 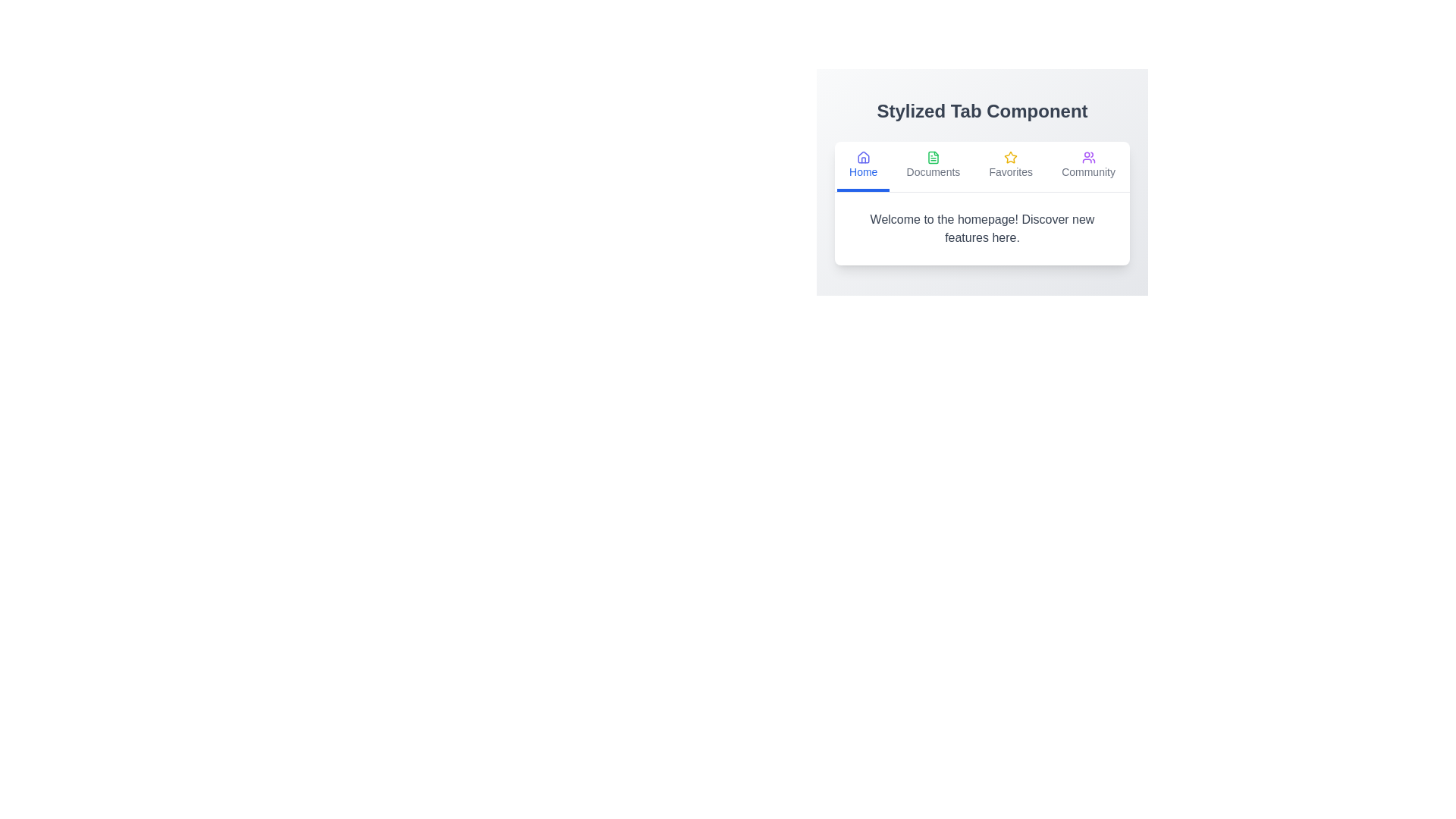 I want to click on the 'Favorites' tab icon in the navigation menu, which is the third tab positioned between the 'Documents' and 'Community' tabs, so click(x=1011, y=158).